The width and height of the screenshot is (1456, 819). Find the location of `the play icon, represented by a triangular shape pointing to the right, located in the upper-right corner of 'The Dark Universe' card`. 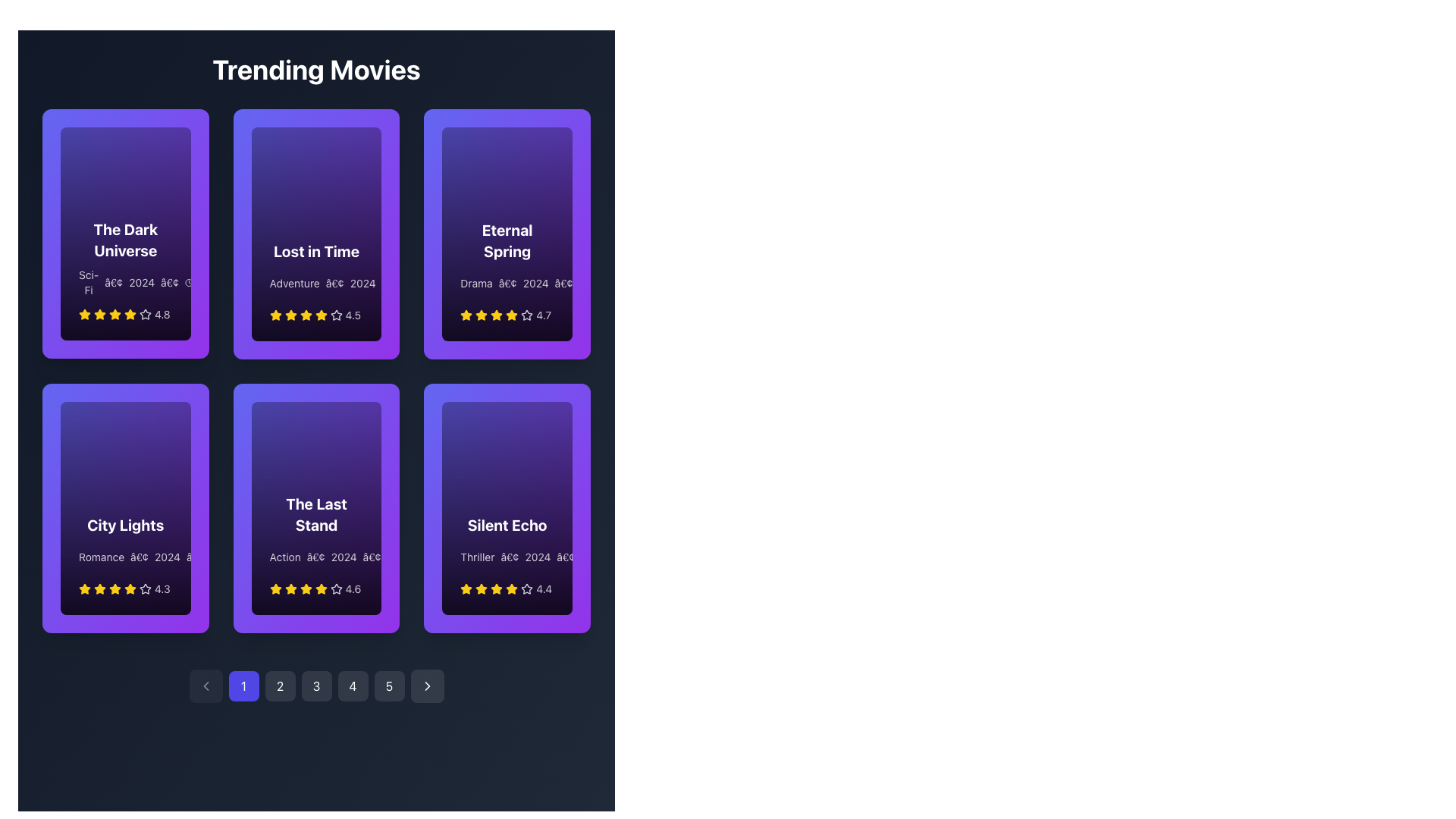

the play icon, represented by a triangular shape pointing to the right, located in the upper-right corner of 'The Dark Universe' card is located at coordinates (183, 140).